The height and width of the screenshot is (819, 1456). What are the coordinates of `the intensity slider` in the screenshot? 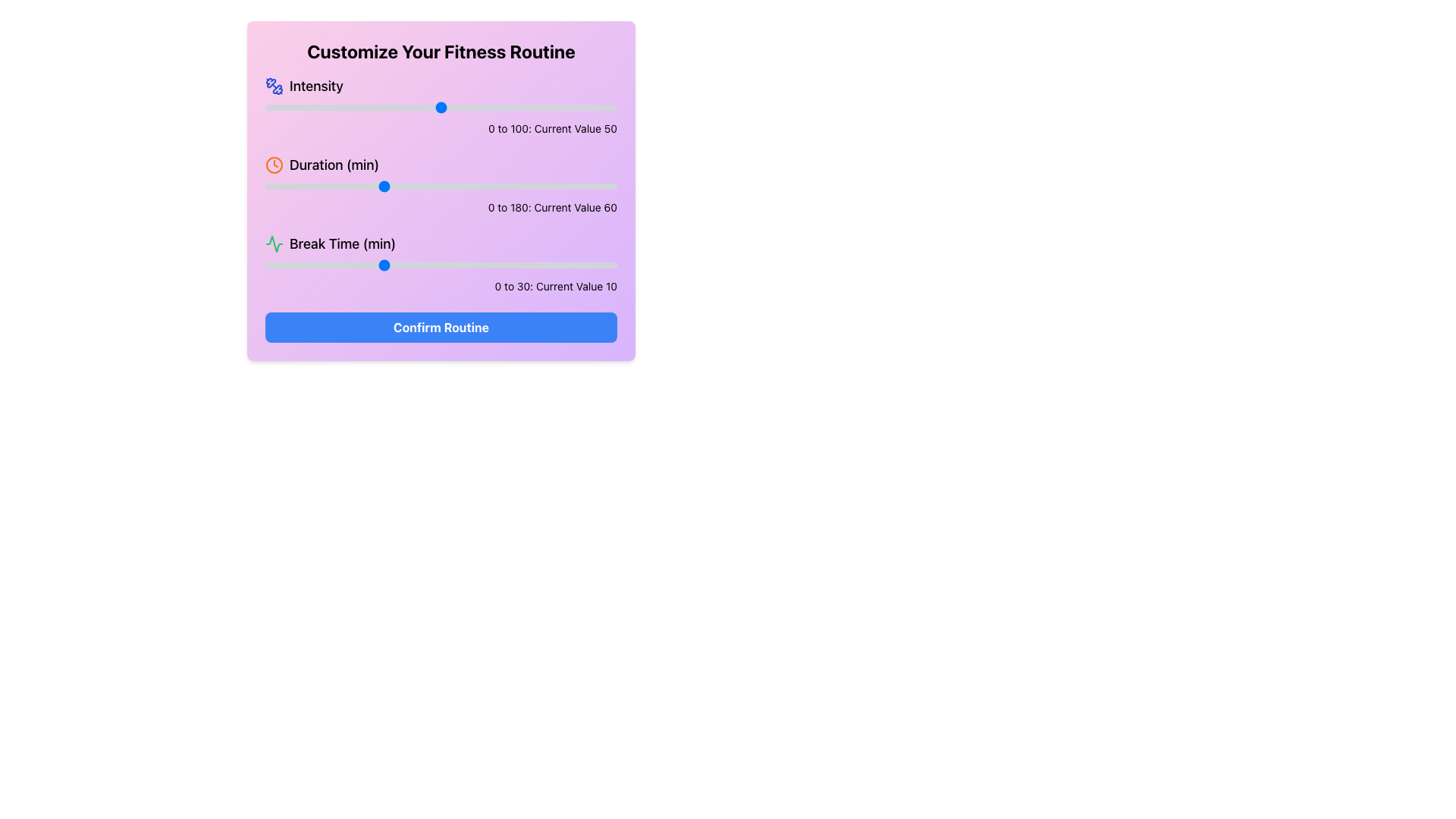 It's located at (591, 107).